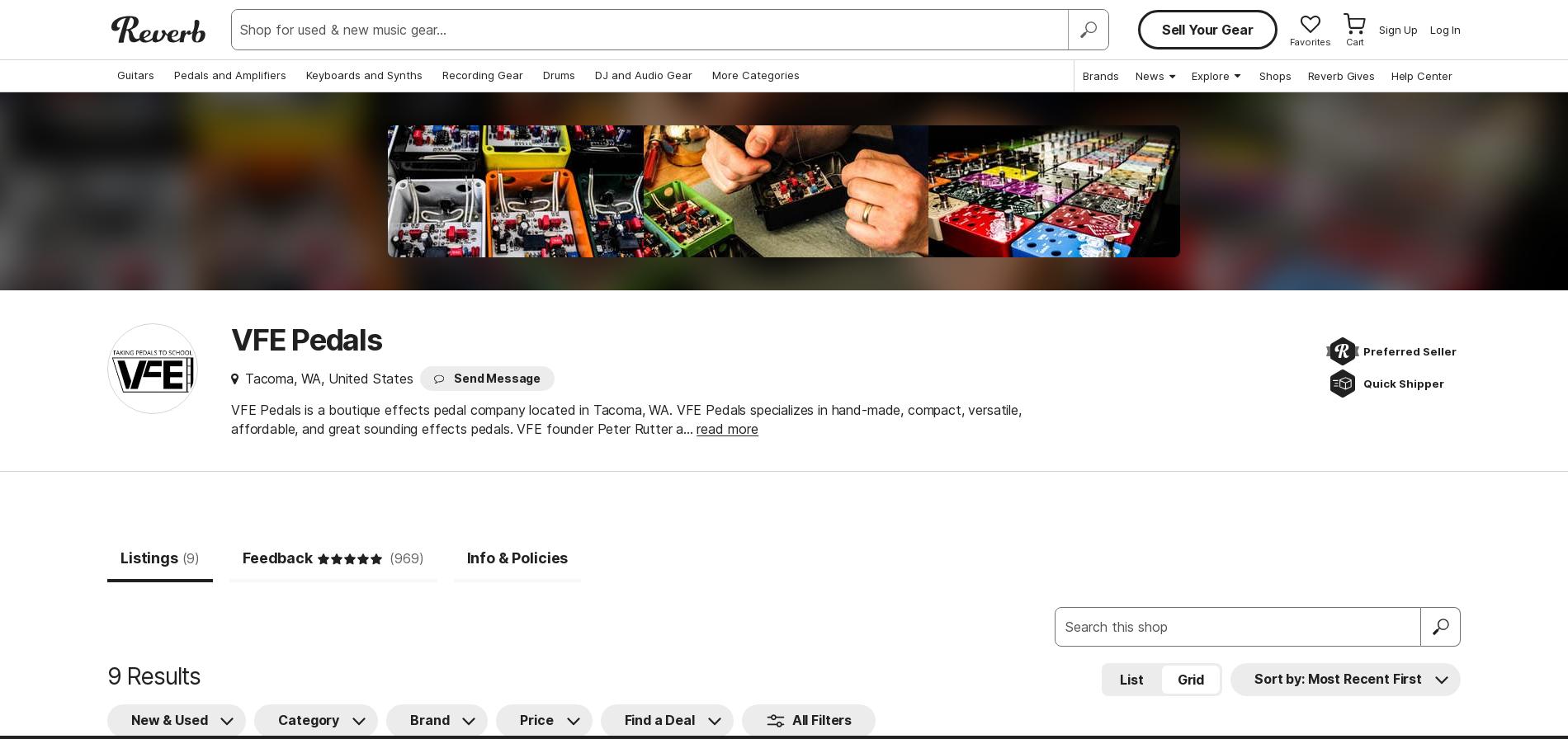 The image size is (1568, 739). Describe the element at coordinates (429, 719) in the screenshot. I see `'Brand'` at that location.